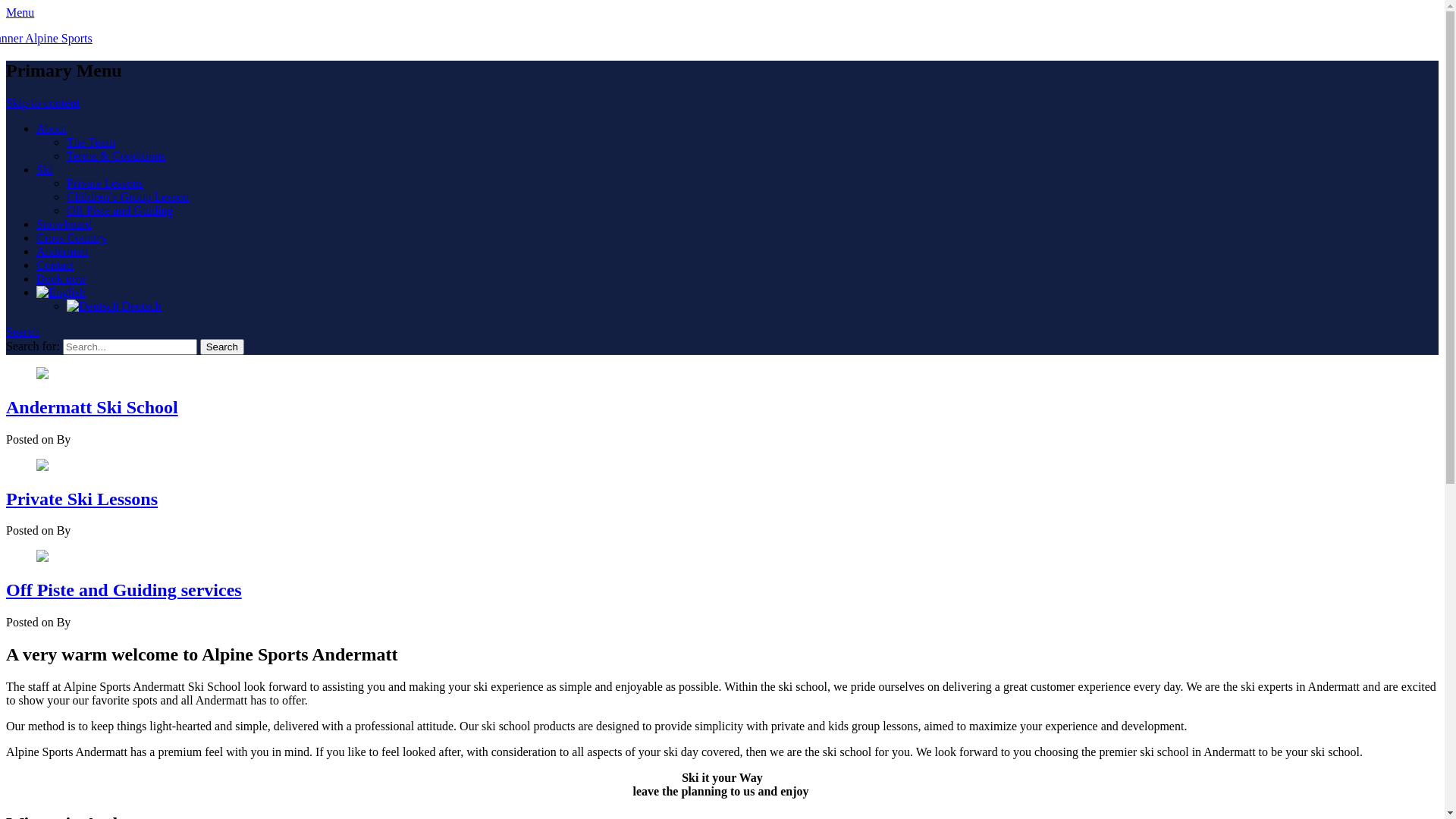  Describe the element at coordinates (20, 12) in the screenshot. I see `'Menu'` at that location.